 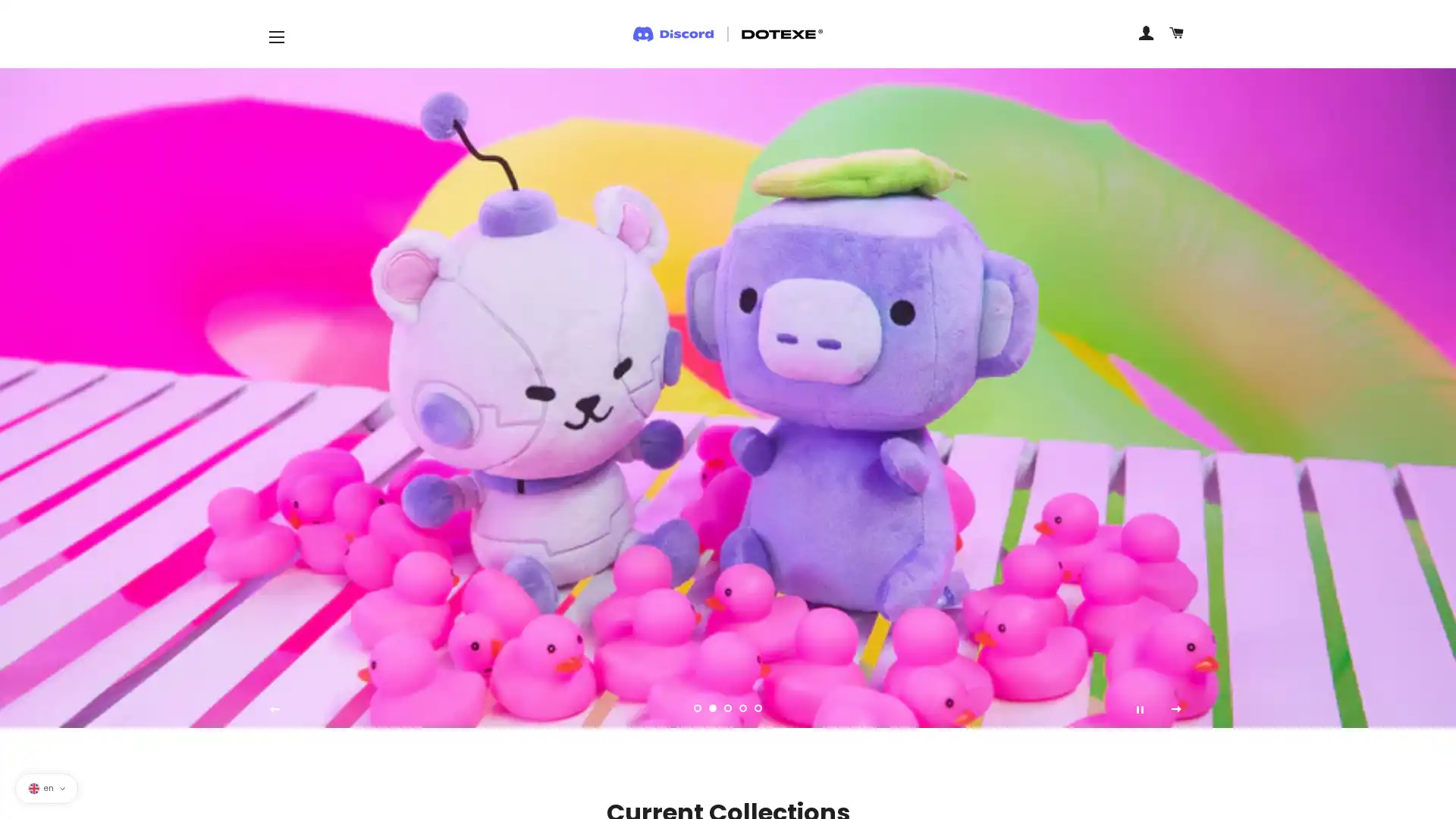 What do you see at coordinates (1175, 708) in the screenshot?
I see `Next slide` at bounding box center [1175, 708].